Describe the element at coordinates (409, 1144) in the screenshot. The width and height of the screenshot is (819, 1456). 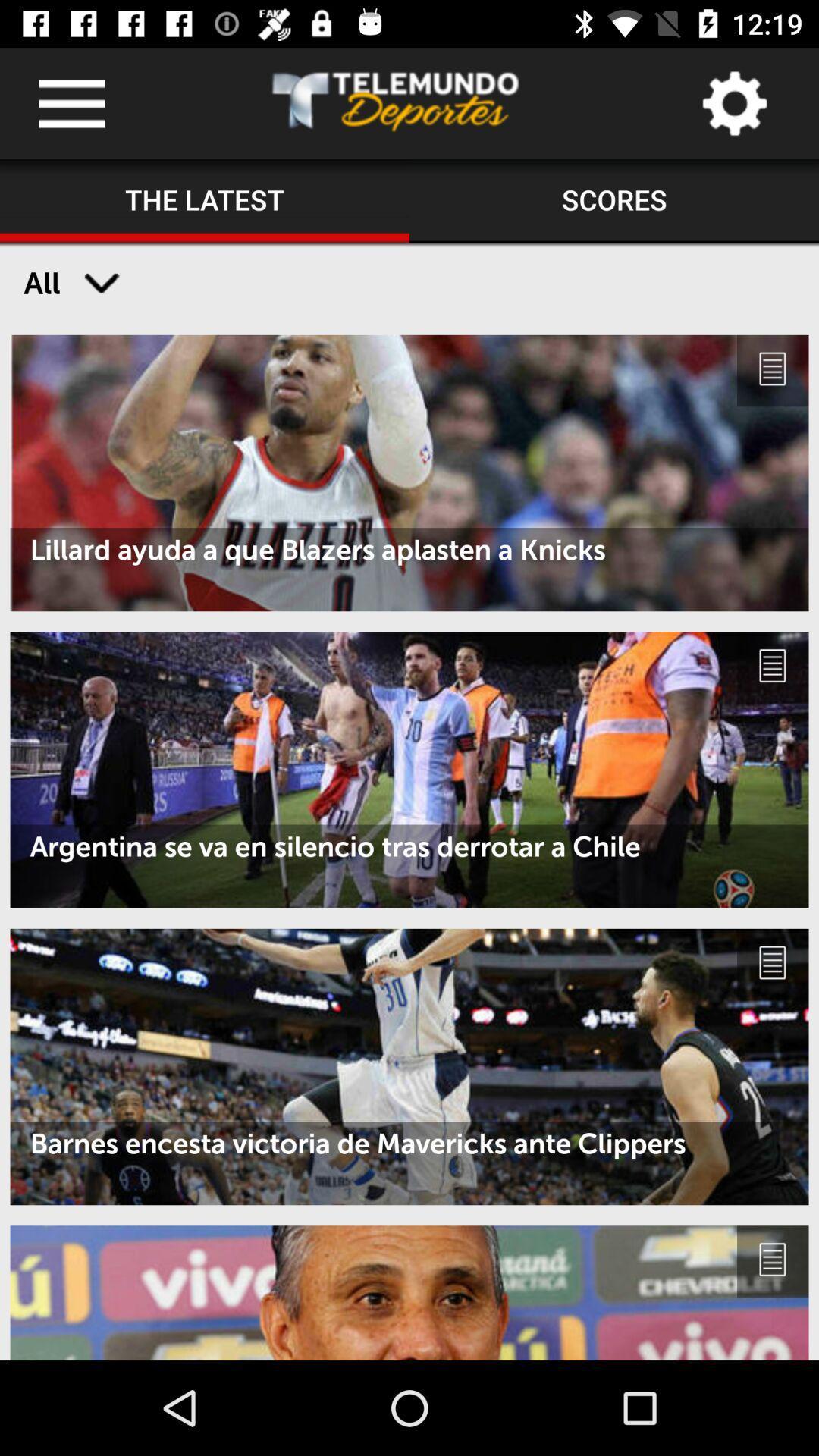
I see `the barnes encesta victoria` at that location.